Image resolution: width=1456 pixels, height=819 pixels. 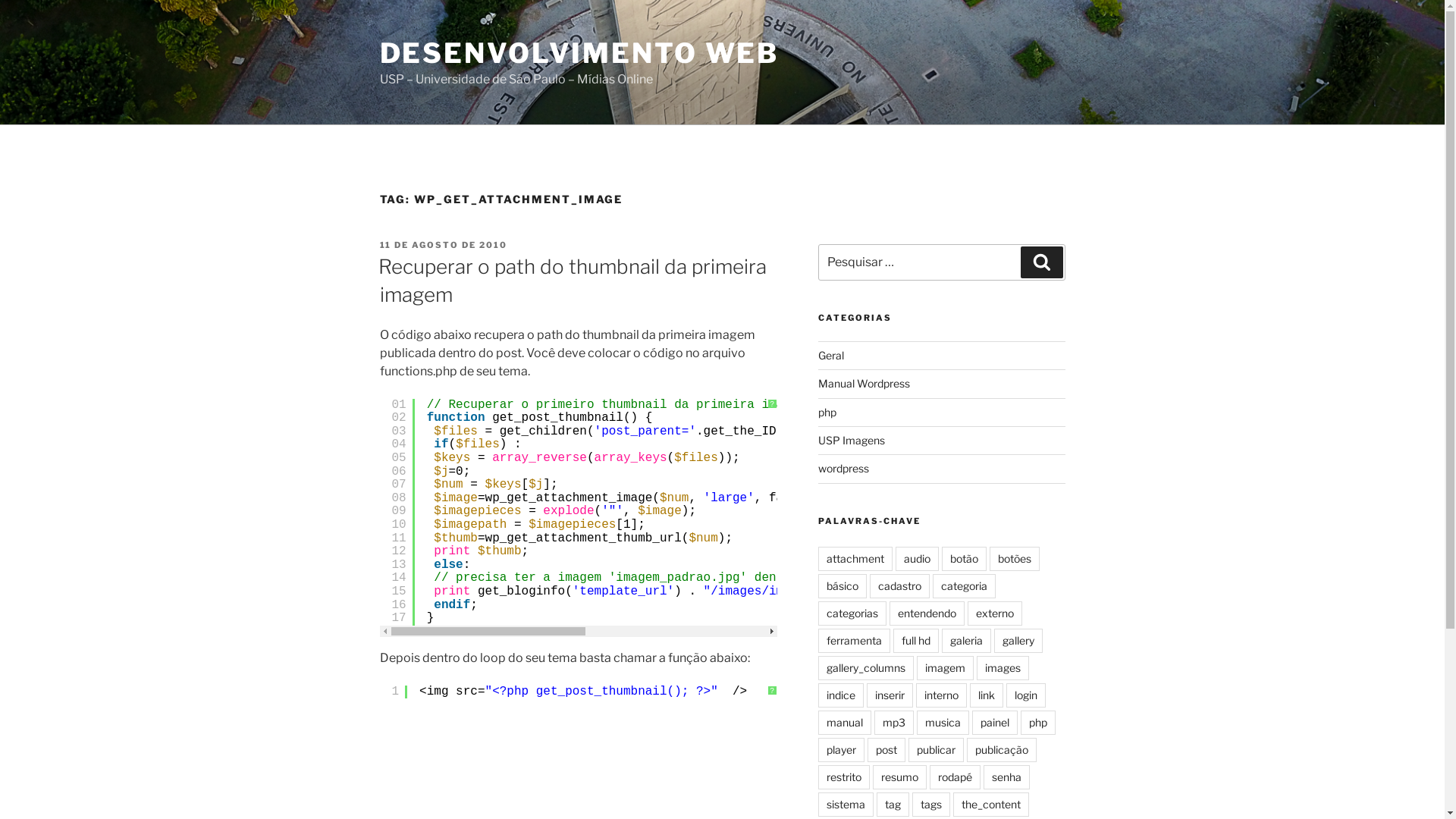 I want to click on 'login', so click(x=1006, y=695).